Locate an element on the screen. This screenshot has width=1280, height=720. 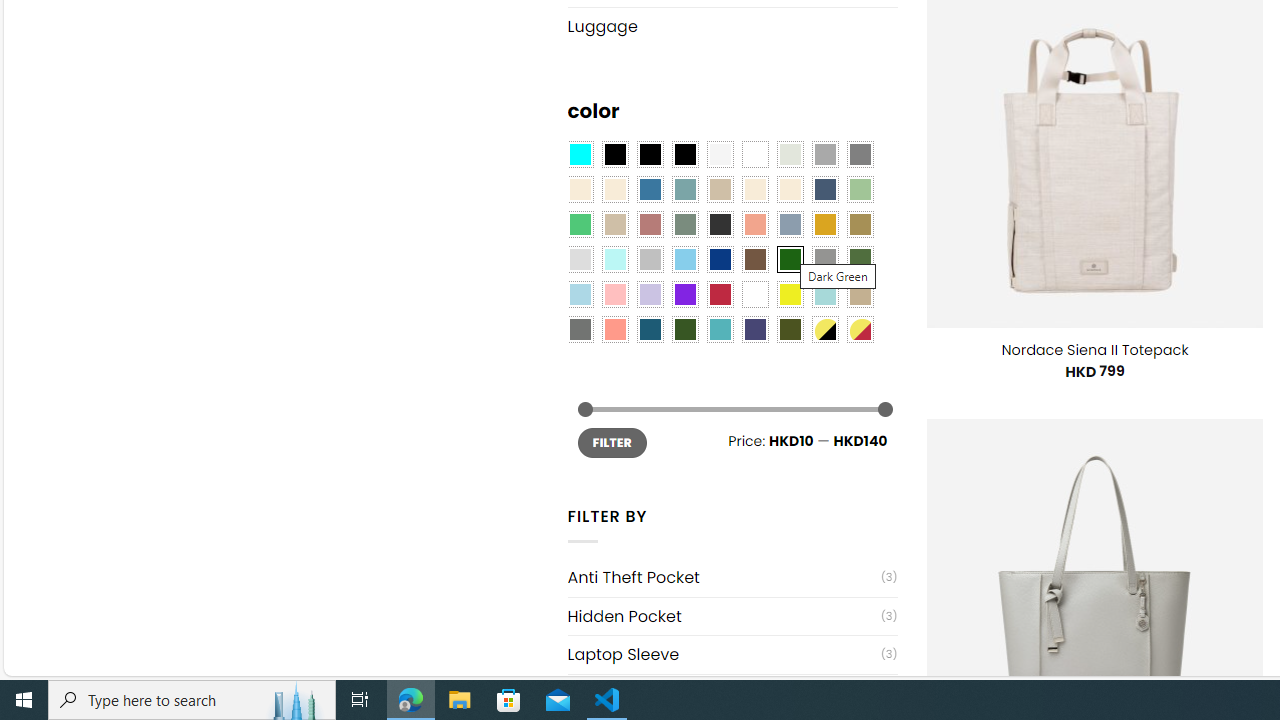
'Coral' is located at coordinates (754, 225).